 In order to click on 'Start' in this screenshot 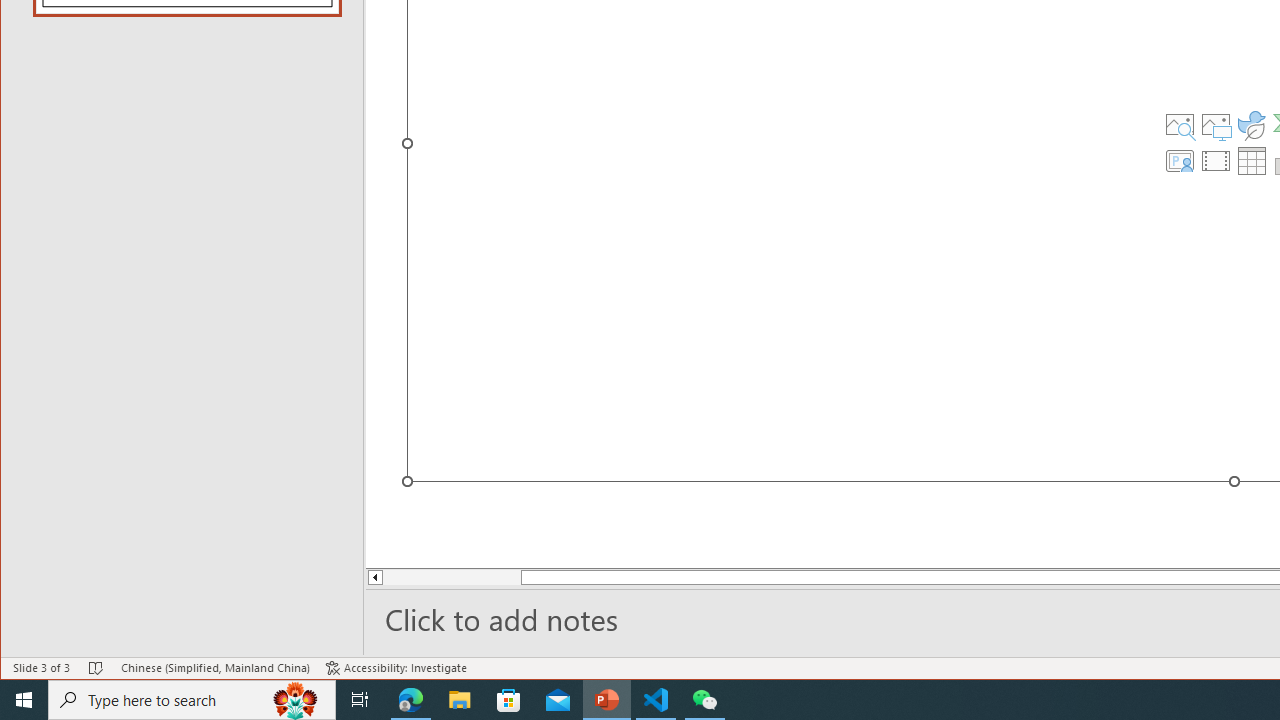, I will do `click(24, 698)`.